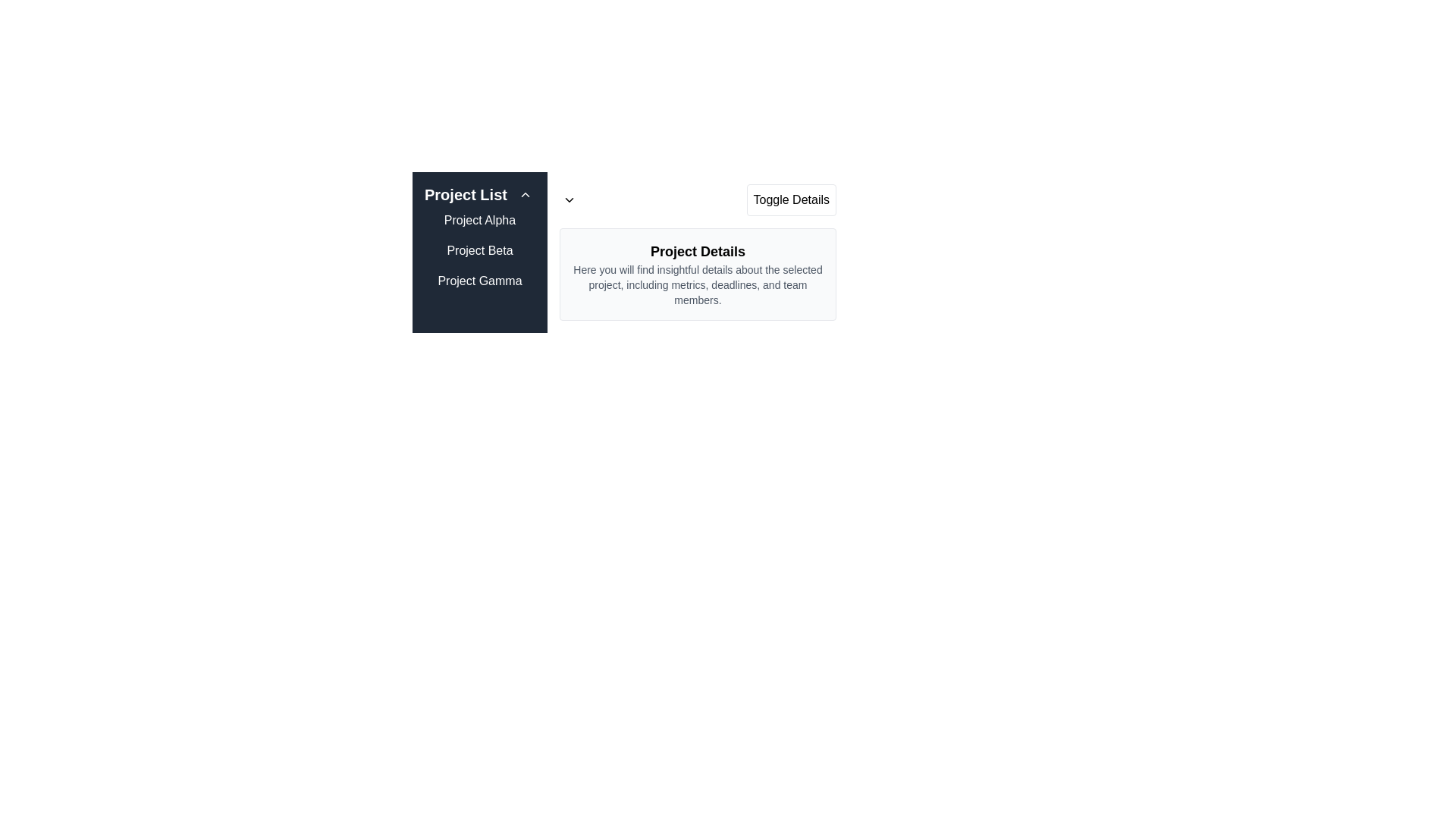  I want to click on the selectable list item representing 'Project Gamma' in the project navigation menu, so click(479, 281).